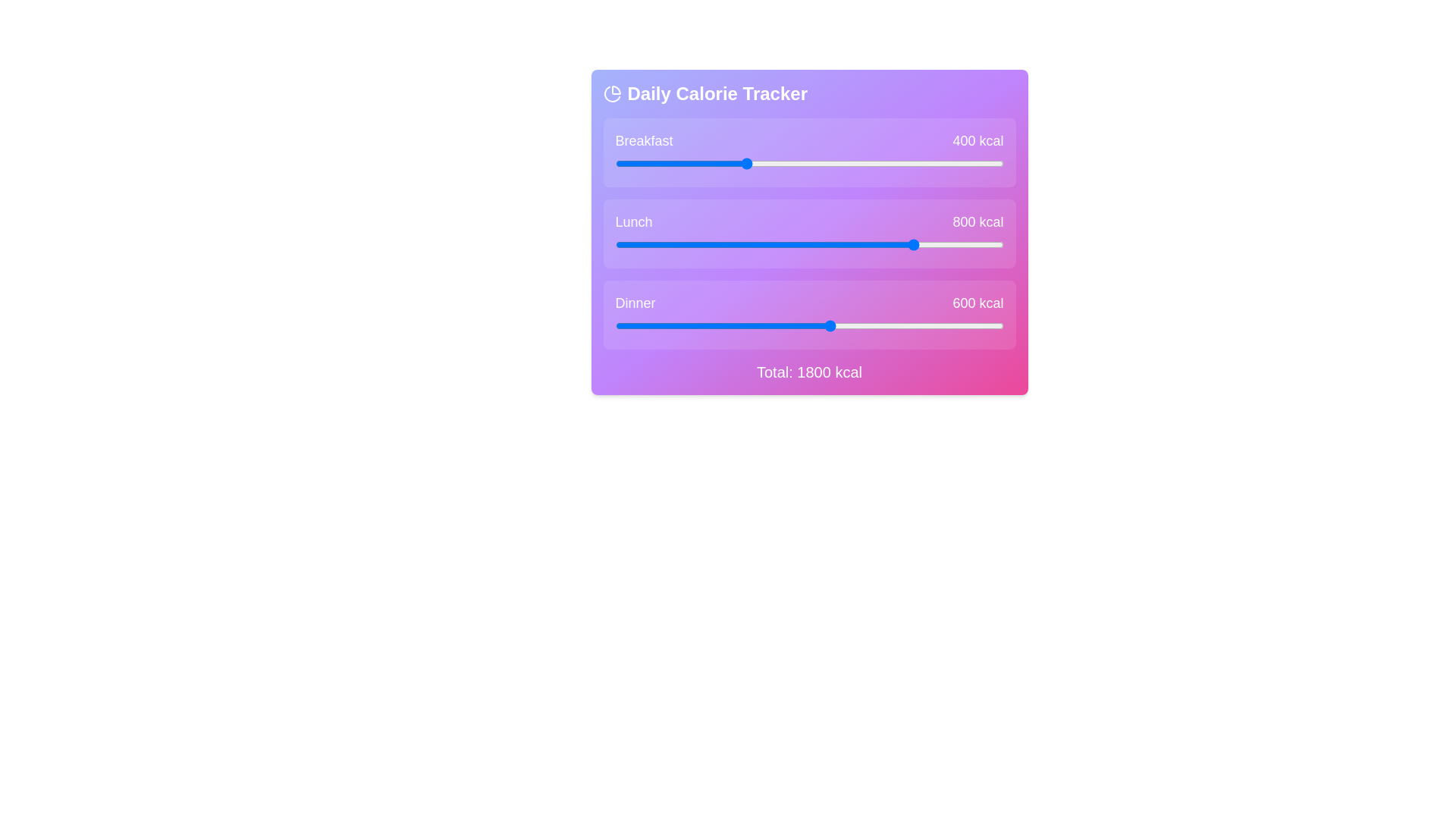 The width and height of the screenshot is (1456, 819). Describe the element at coordinates (742, 164) in the screenshot. I see `the calorie value for breakfast` at that location.